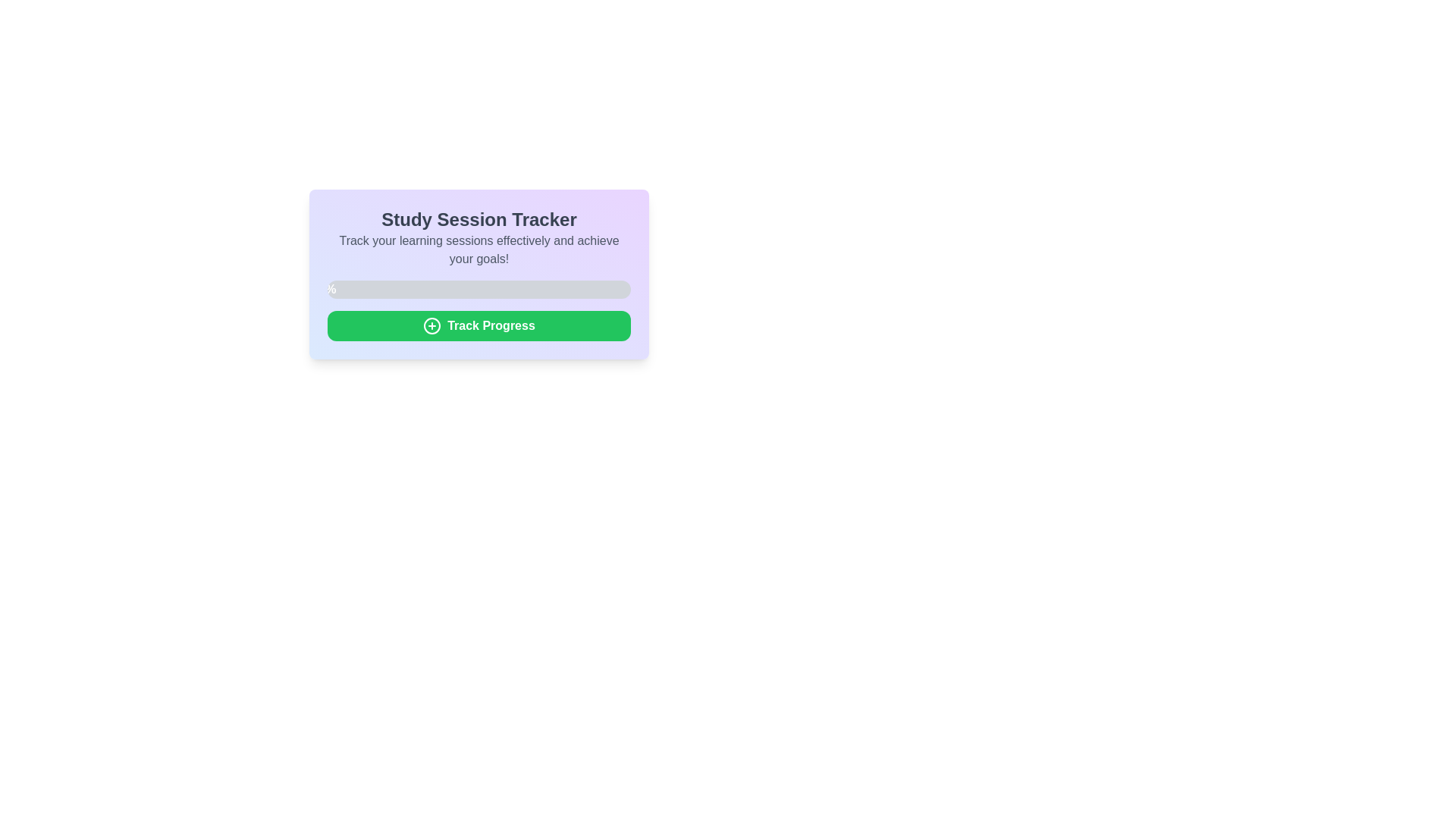  Describe the element at coordinates (479, 237) in the screenshot. I see `the text block containing the heading 'Study Session Tracker' and the subtitle 'Track your learning sessions effectively and achieve your goals!'` at that location.